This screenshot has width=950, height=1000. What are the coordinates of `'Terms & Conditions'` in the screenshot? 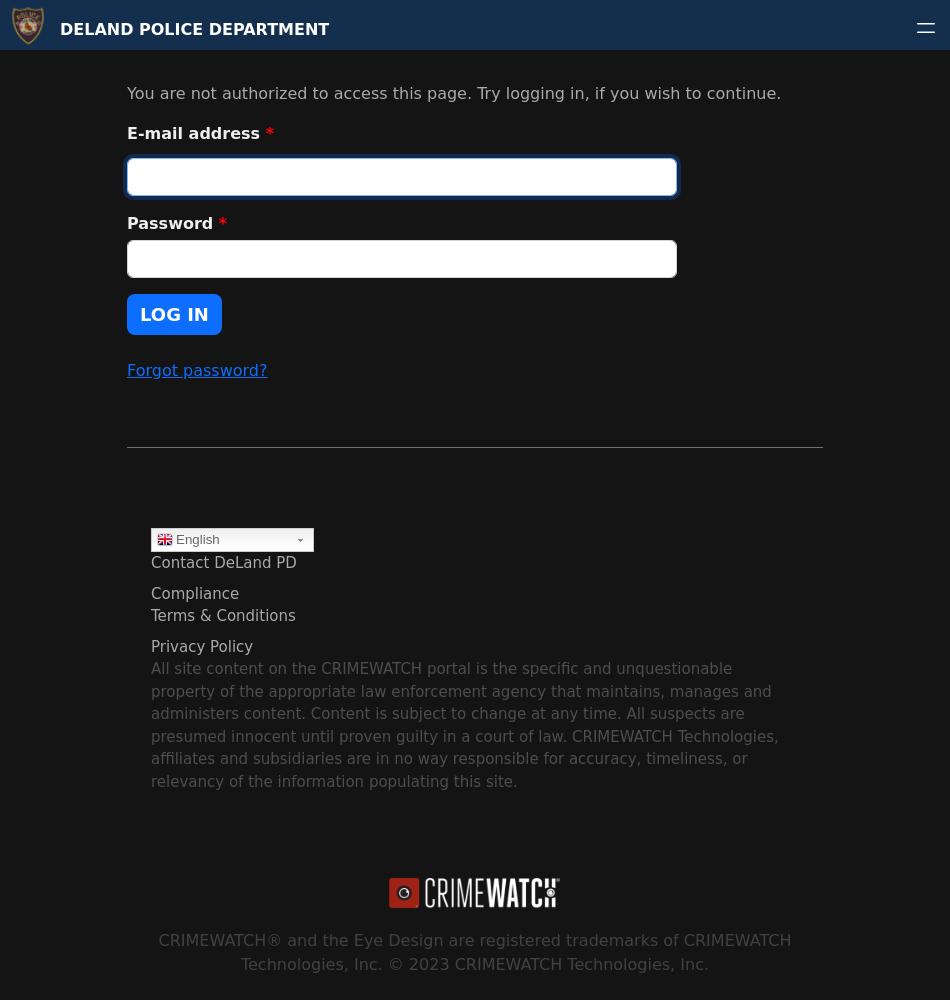 It's located at (222, 615).